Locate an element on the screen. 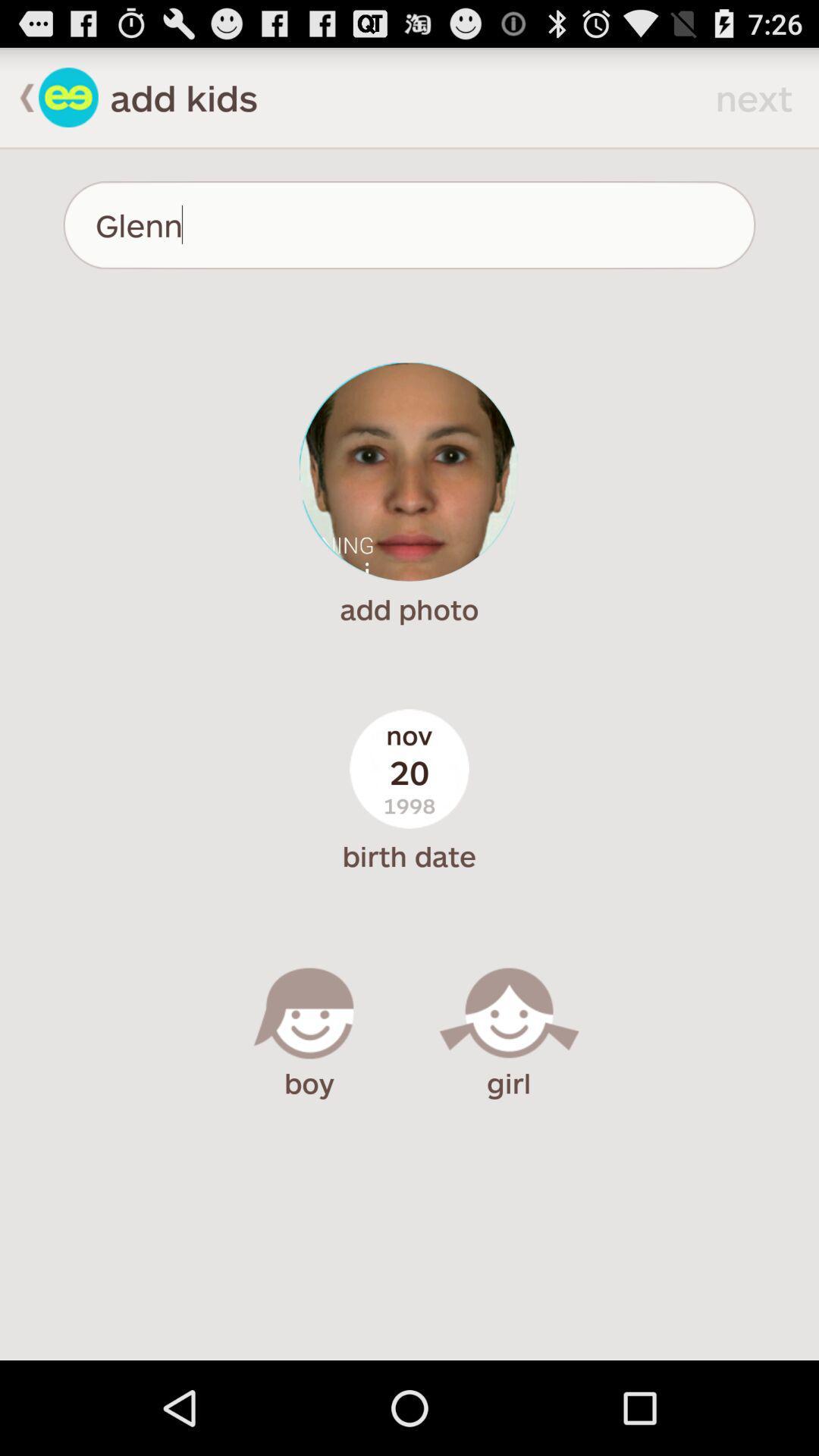  photo is located at coordinates (408, 471).